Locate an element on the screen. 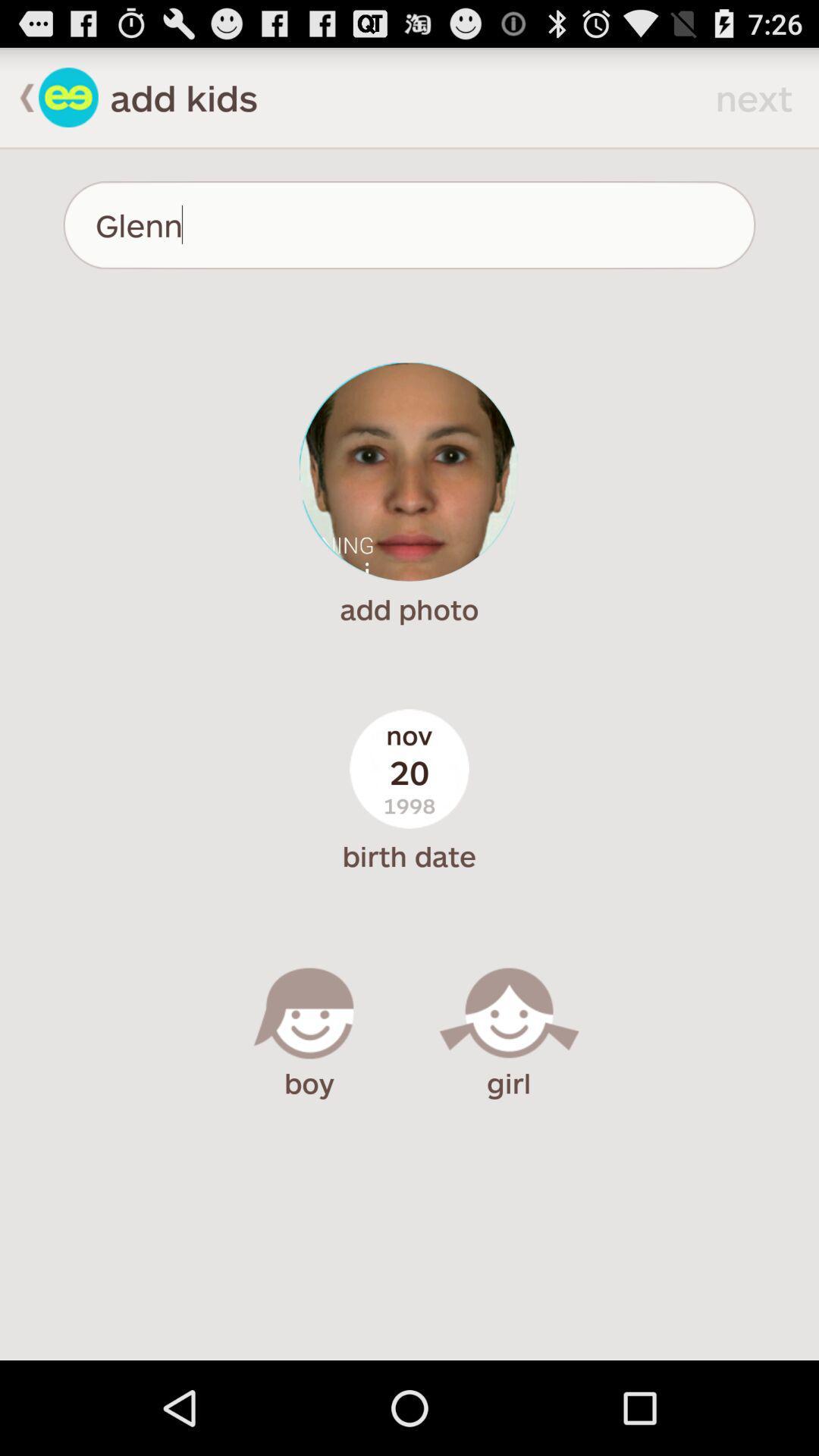  photo is located at coordinates (408, 471).